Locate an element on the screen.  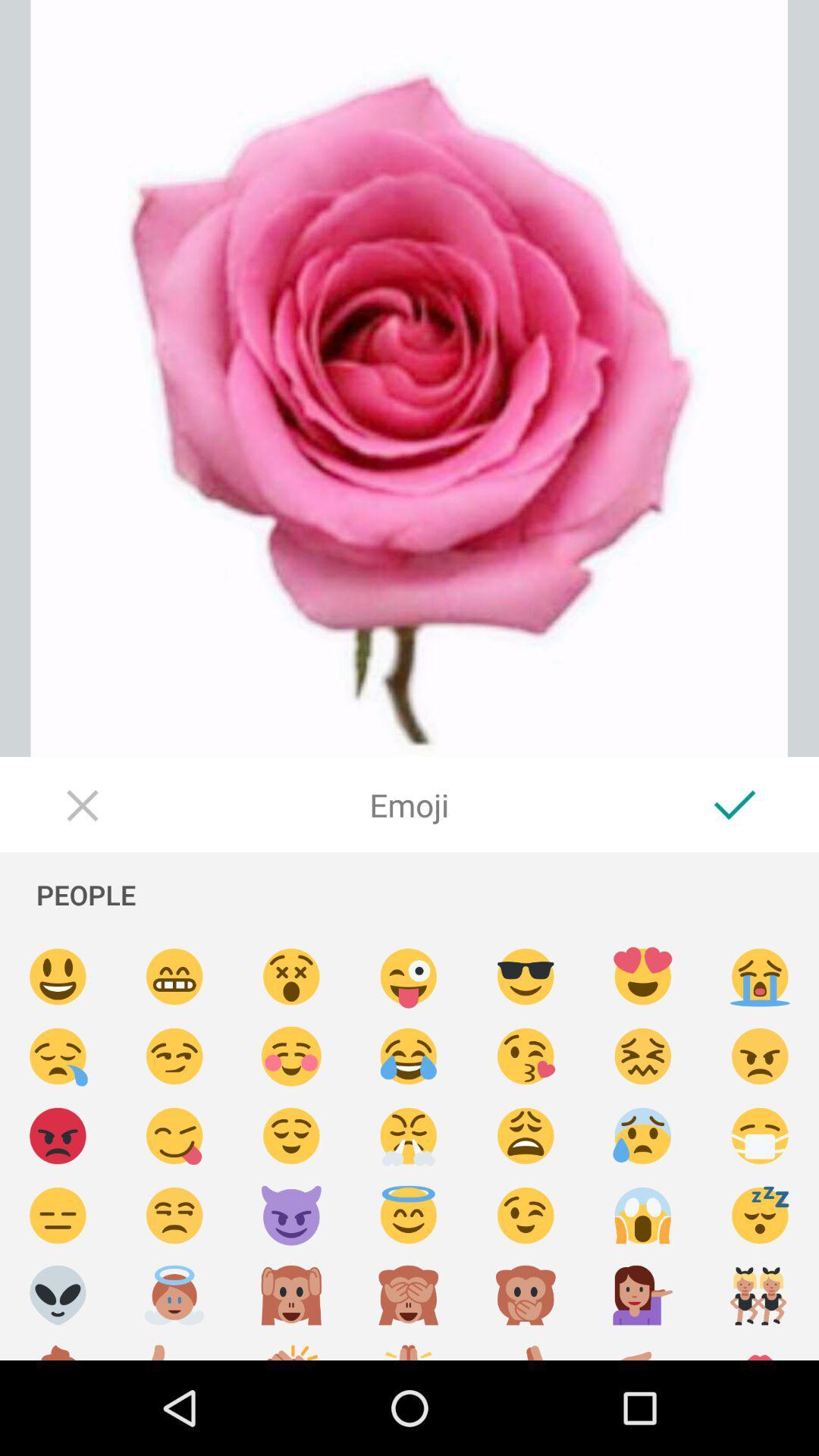
blushing emoji is located at coordinates (291, 1056).